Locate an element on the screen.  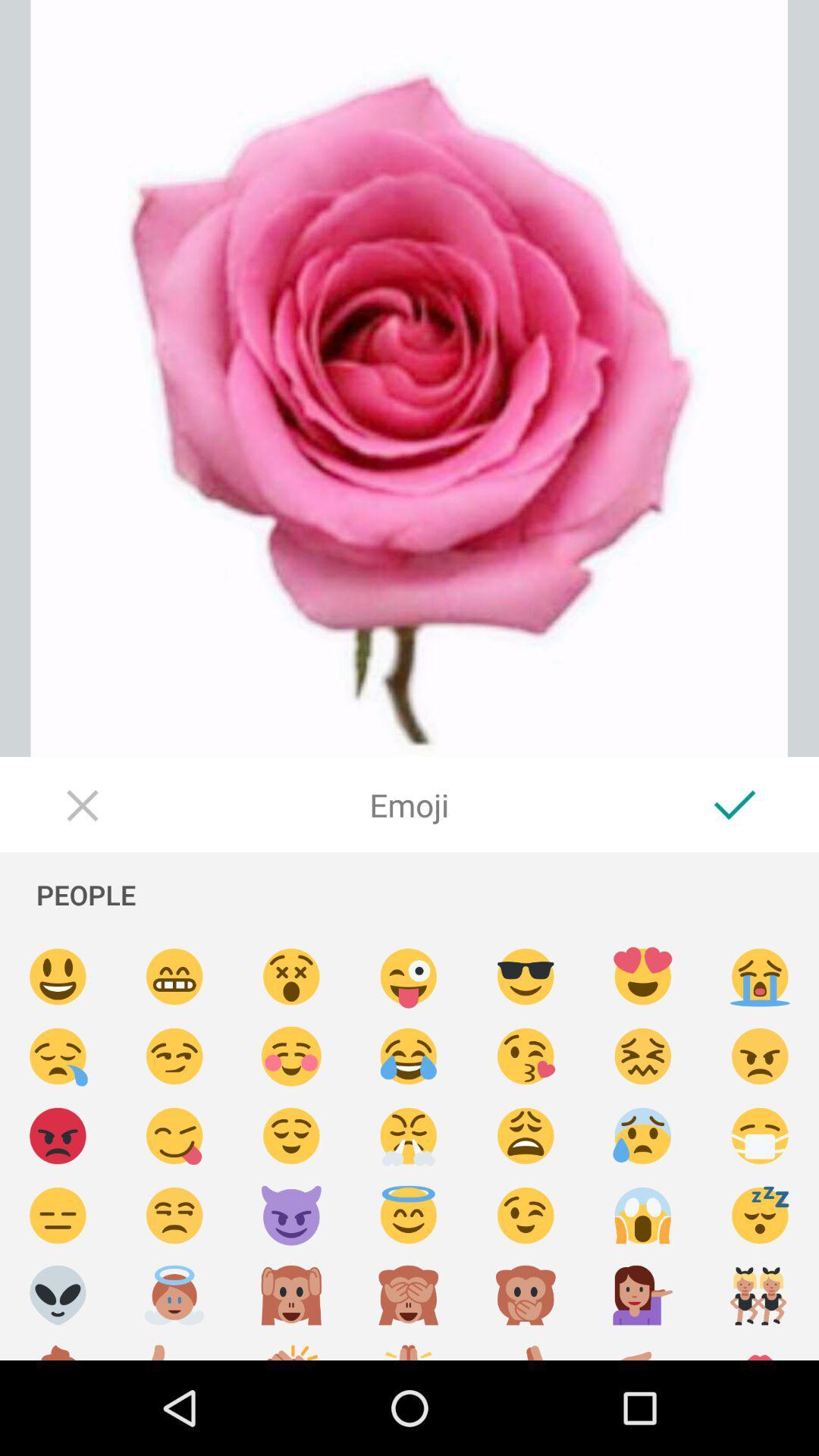
blushing emoji is located at coordinates (291, 1056).